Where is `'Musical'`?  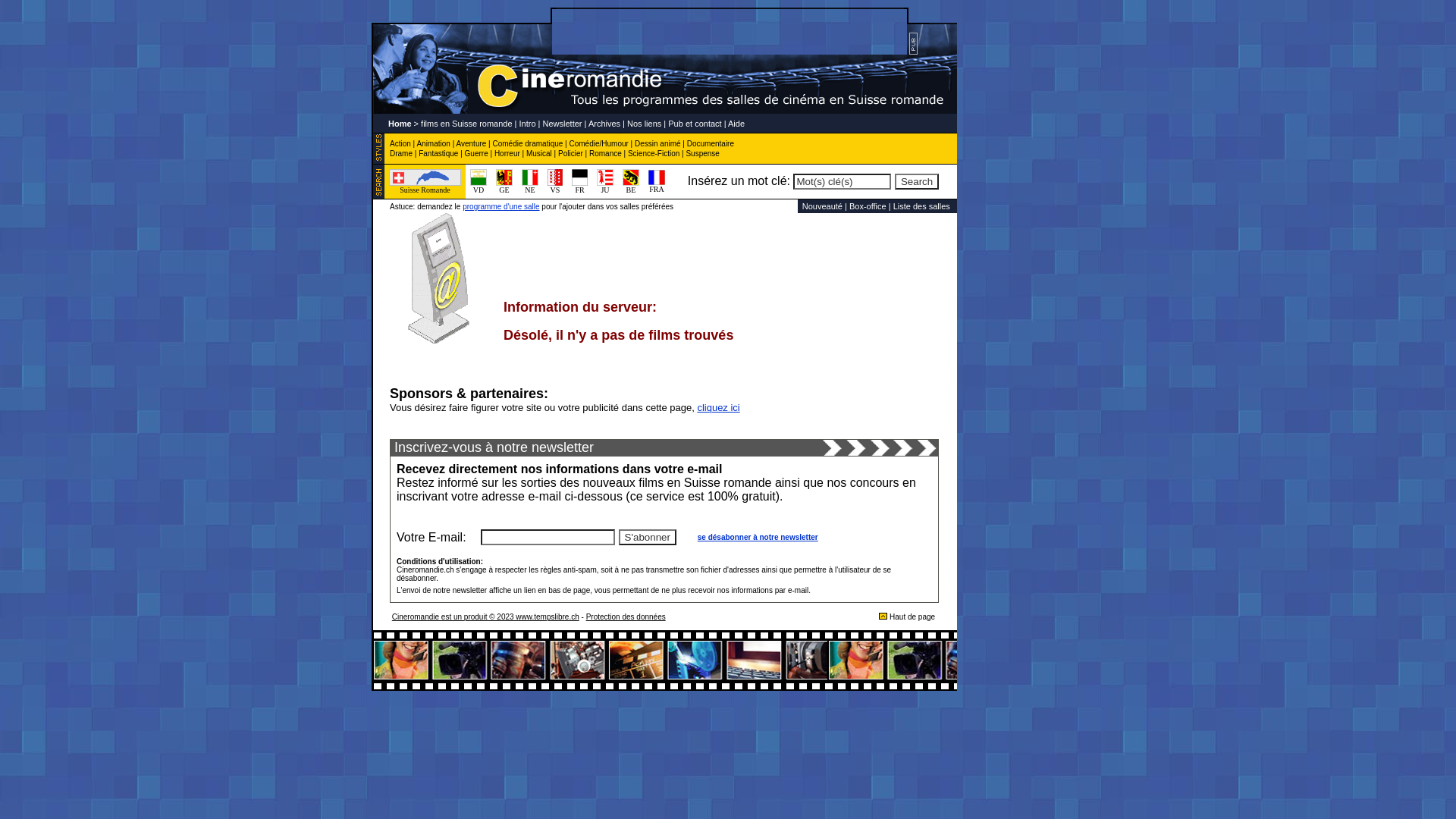
'Musical' is located at coordinates (538, 153).